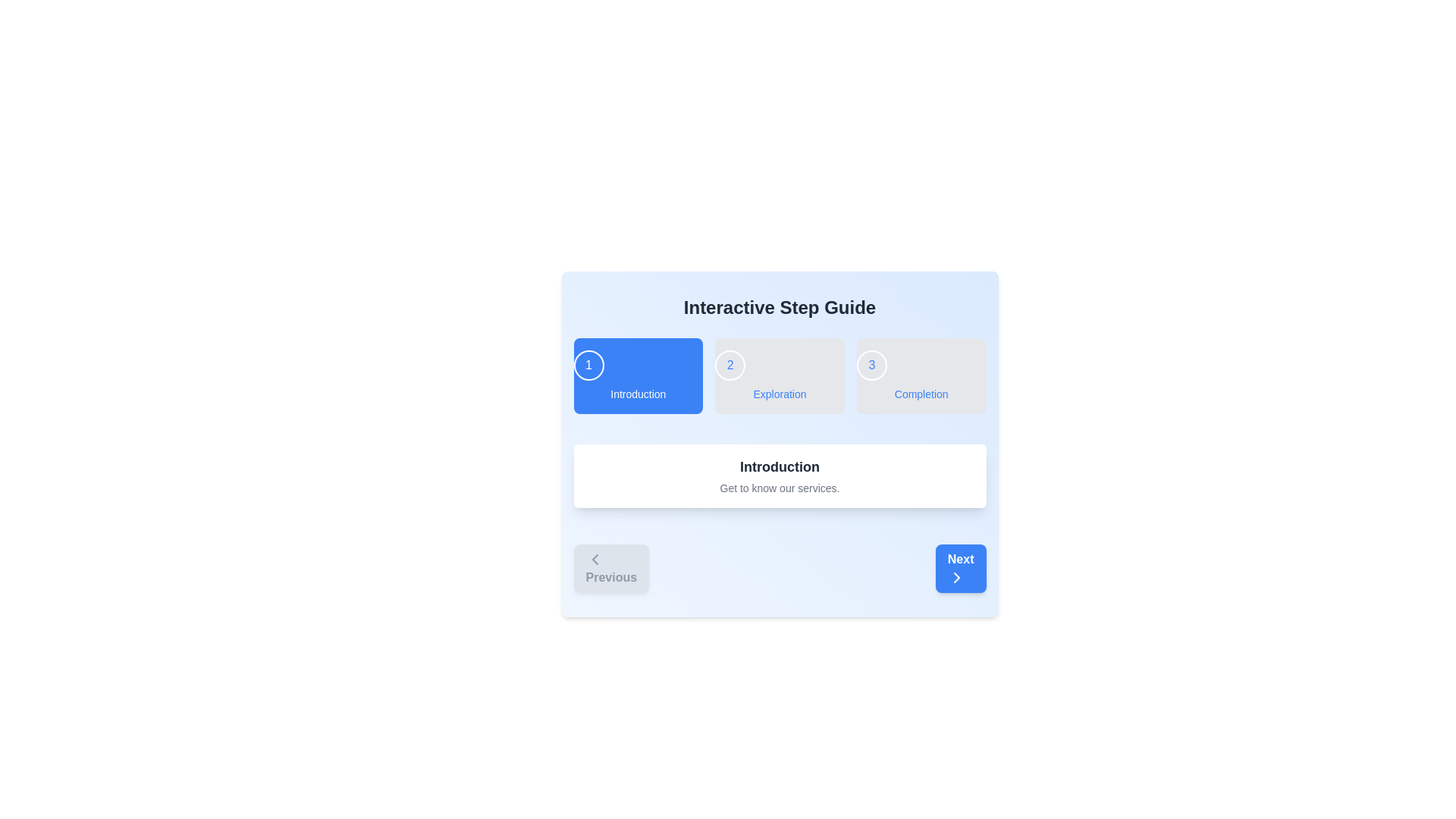 This screenshot has height=819, width=1456. Describe the element at coordinates (611, 568) in the screenshot. I see `the 'Previous' button, which is a rectangular button with rounded corners, styled with a gray background and gray text, located at the bottom left of the panel` at that location.